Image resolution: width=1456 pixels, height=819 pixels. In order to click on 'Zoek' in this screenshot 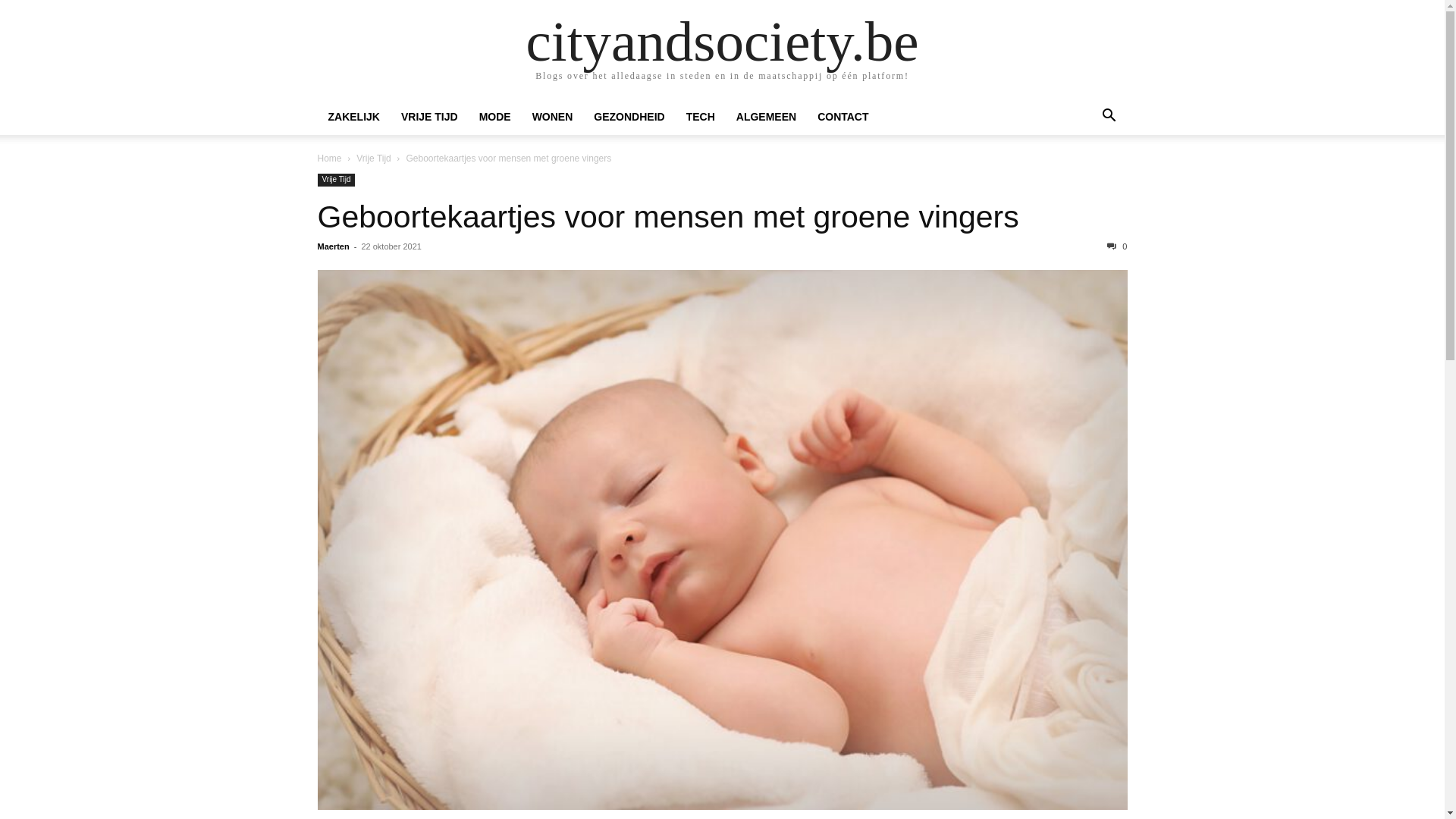, I will do `click(1086, 177)`.